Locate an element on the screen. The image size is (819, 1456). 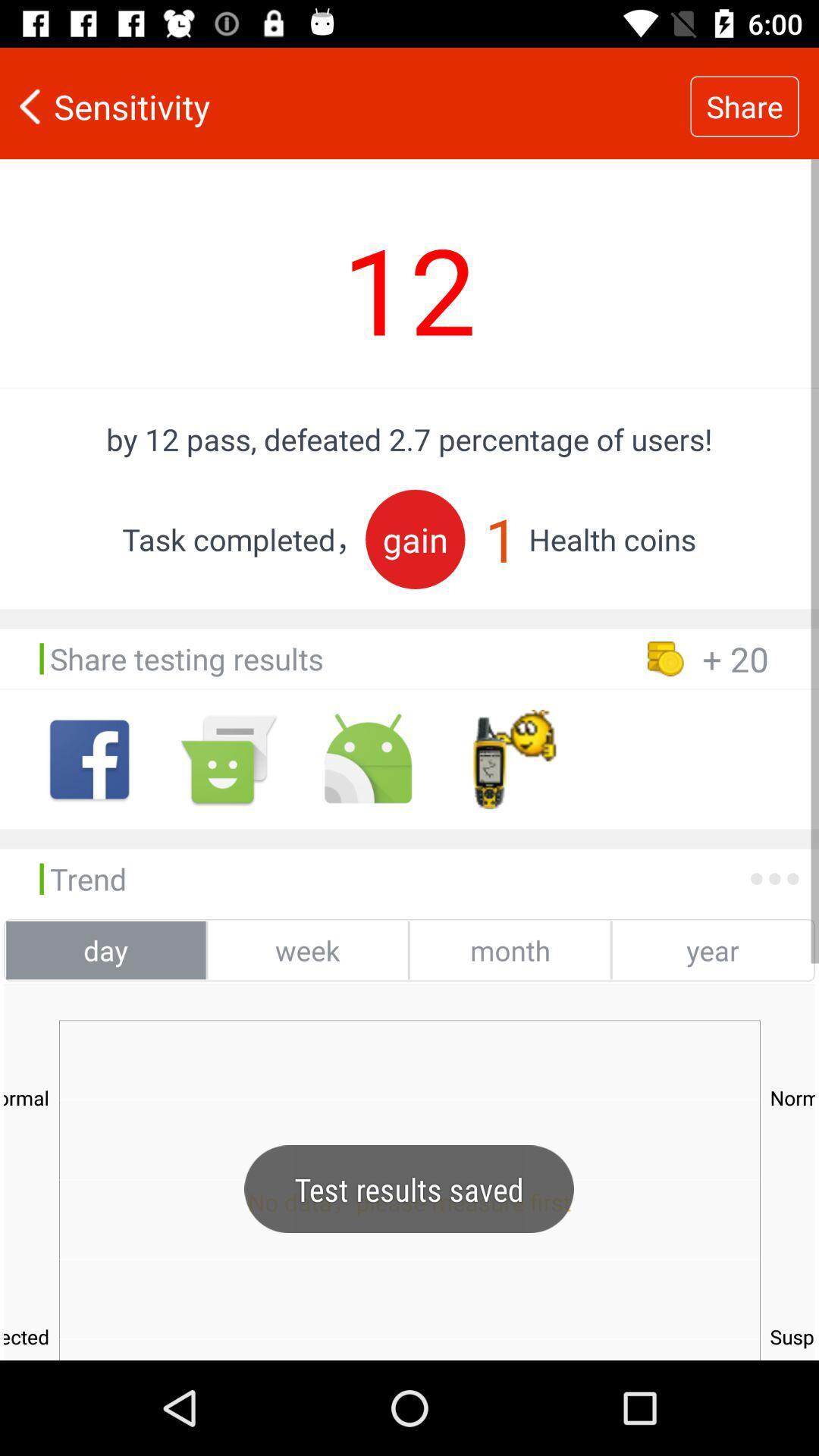
the coin symbol before 20 is located at coordinates (665, 658).